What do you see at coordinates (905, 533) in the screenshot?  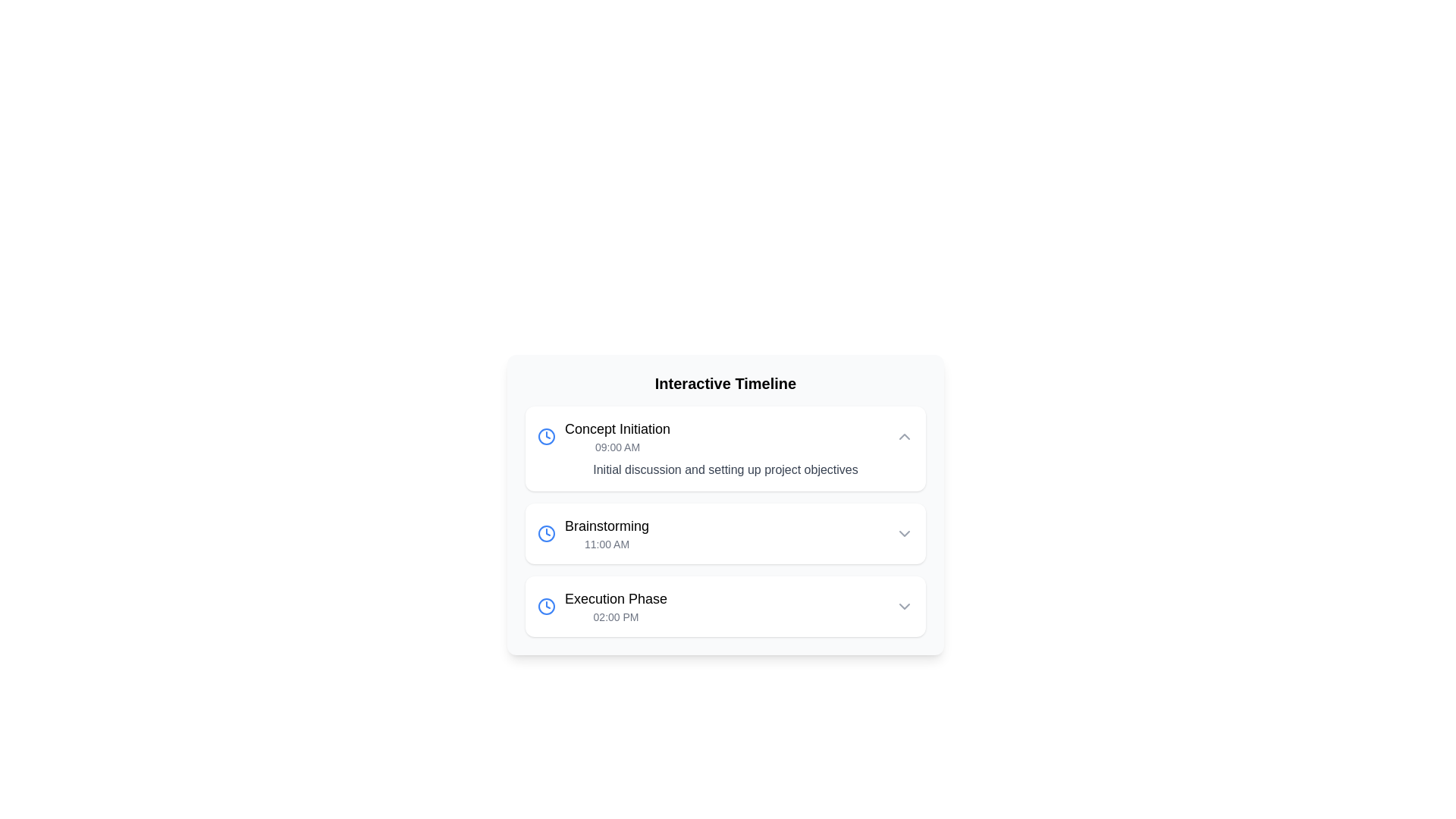 I see `the downward-pointing chevron icon located in the 'Brainstorming 11:00 AM' section of the timeline` at bounding box center [905, 533].